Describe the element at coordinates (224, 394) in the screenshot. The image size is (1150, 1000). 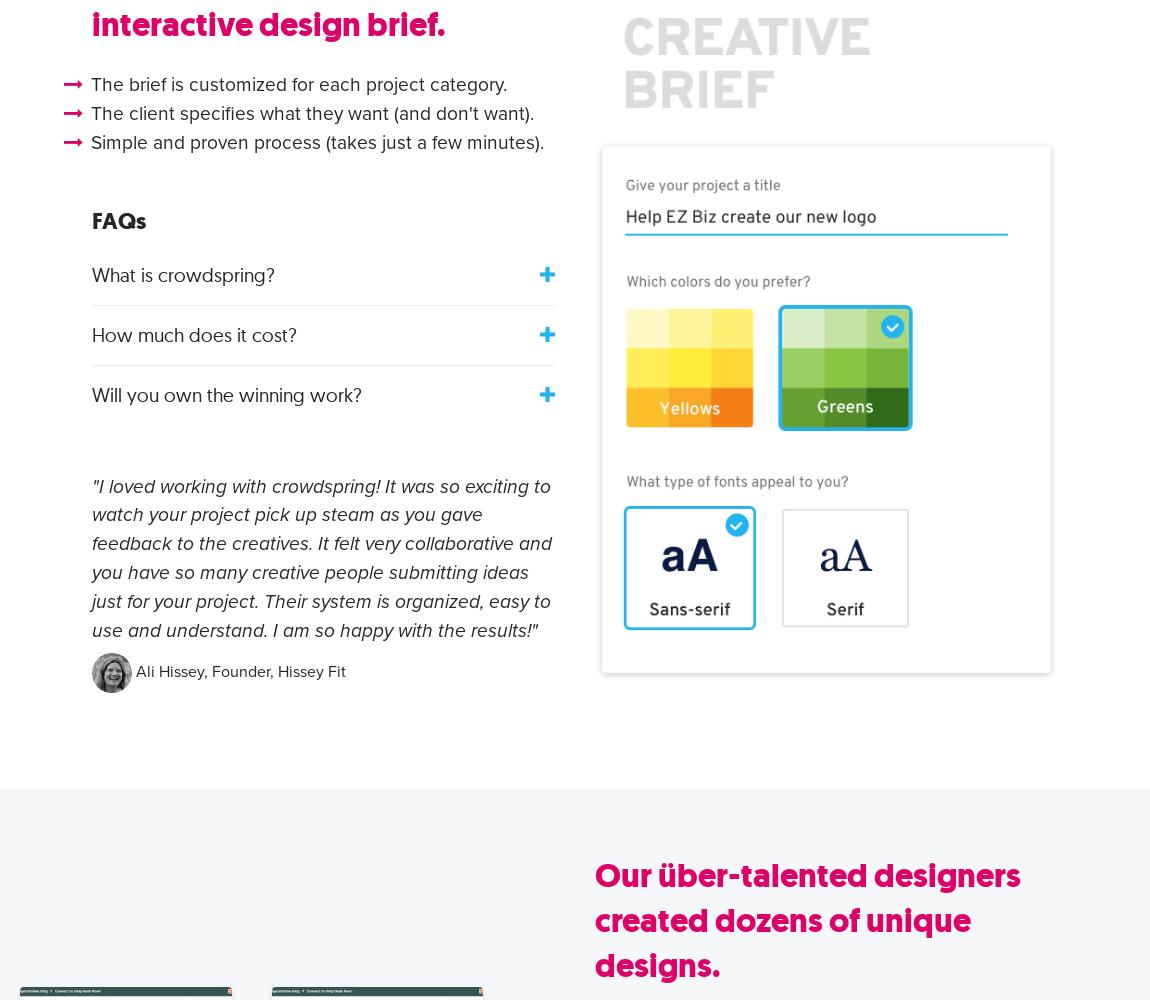
I see `'Will you own the winning work?'` at that location.